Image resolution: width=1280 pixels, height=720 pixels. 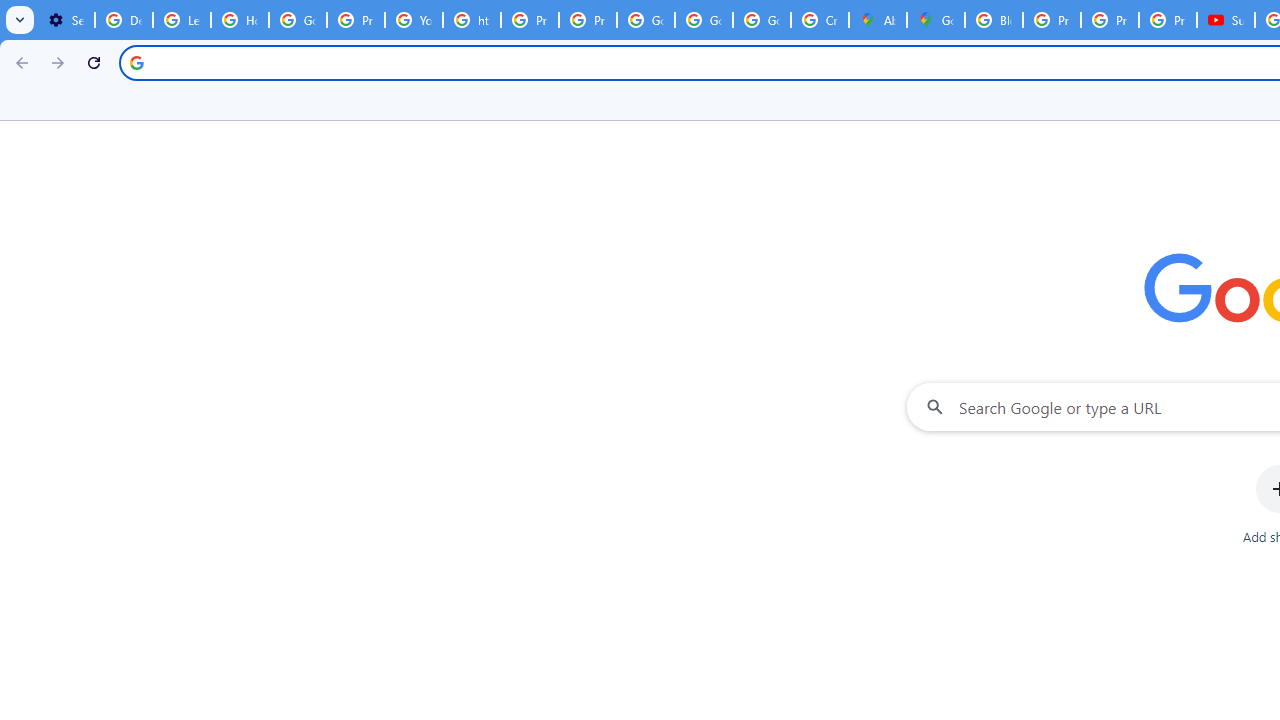 I want to click on 'Privacy Help Center - Policies Help', so click(x=1051, y=20).